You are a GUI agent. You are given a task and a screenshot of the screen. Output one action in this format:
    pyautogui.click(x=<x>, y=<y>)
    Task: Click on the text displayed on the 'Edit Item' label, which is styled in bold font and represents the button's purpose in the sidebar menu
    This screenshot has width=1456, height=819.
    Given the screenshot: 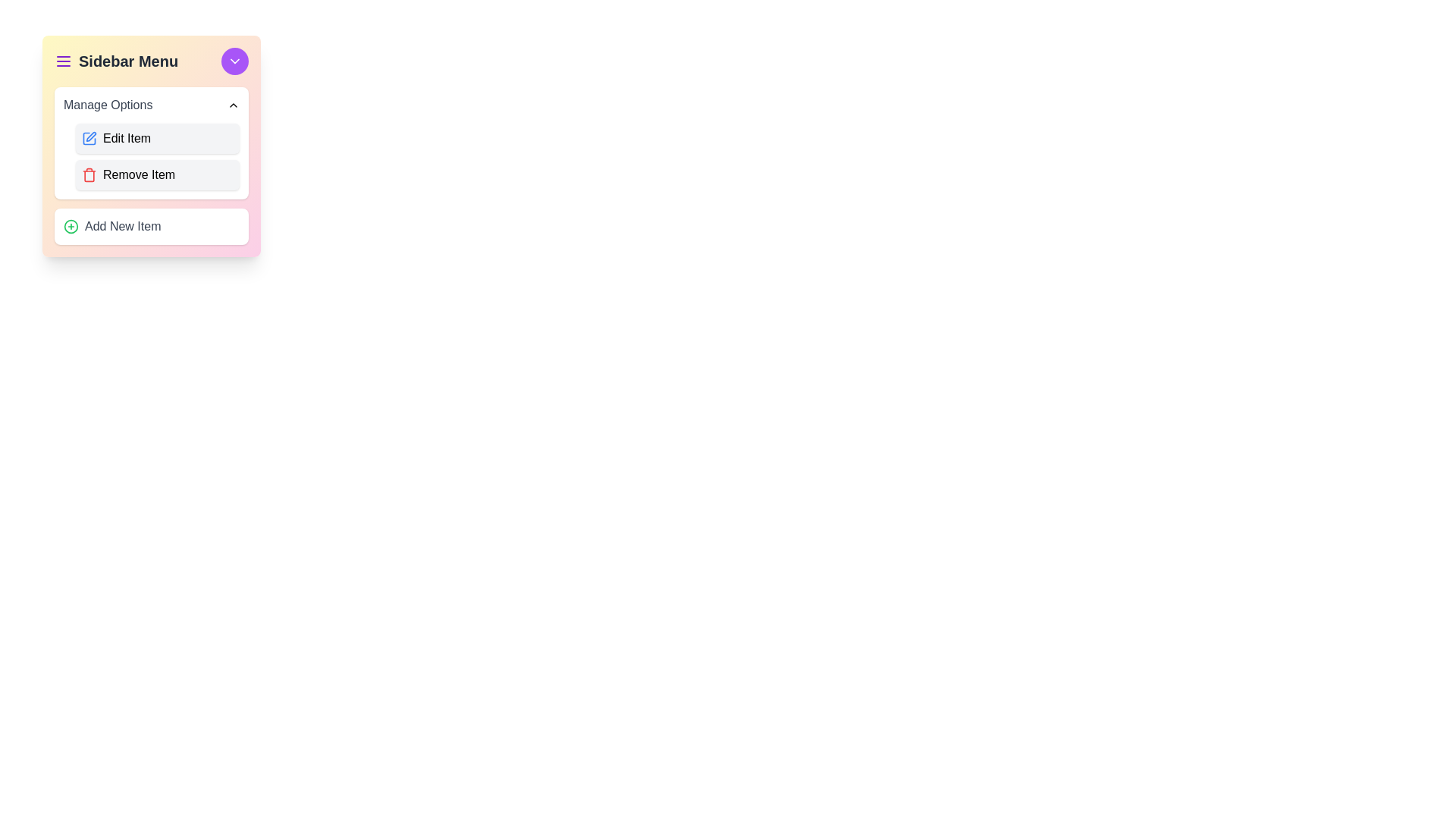 What is the action you would take?
    pyautogui.click(x=127, y=138)
    